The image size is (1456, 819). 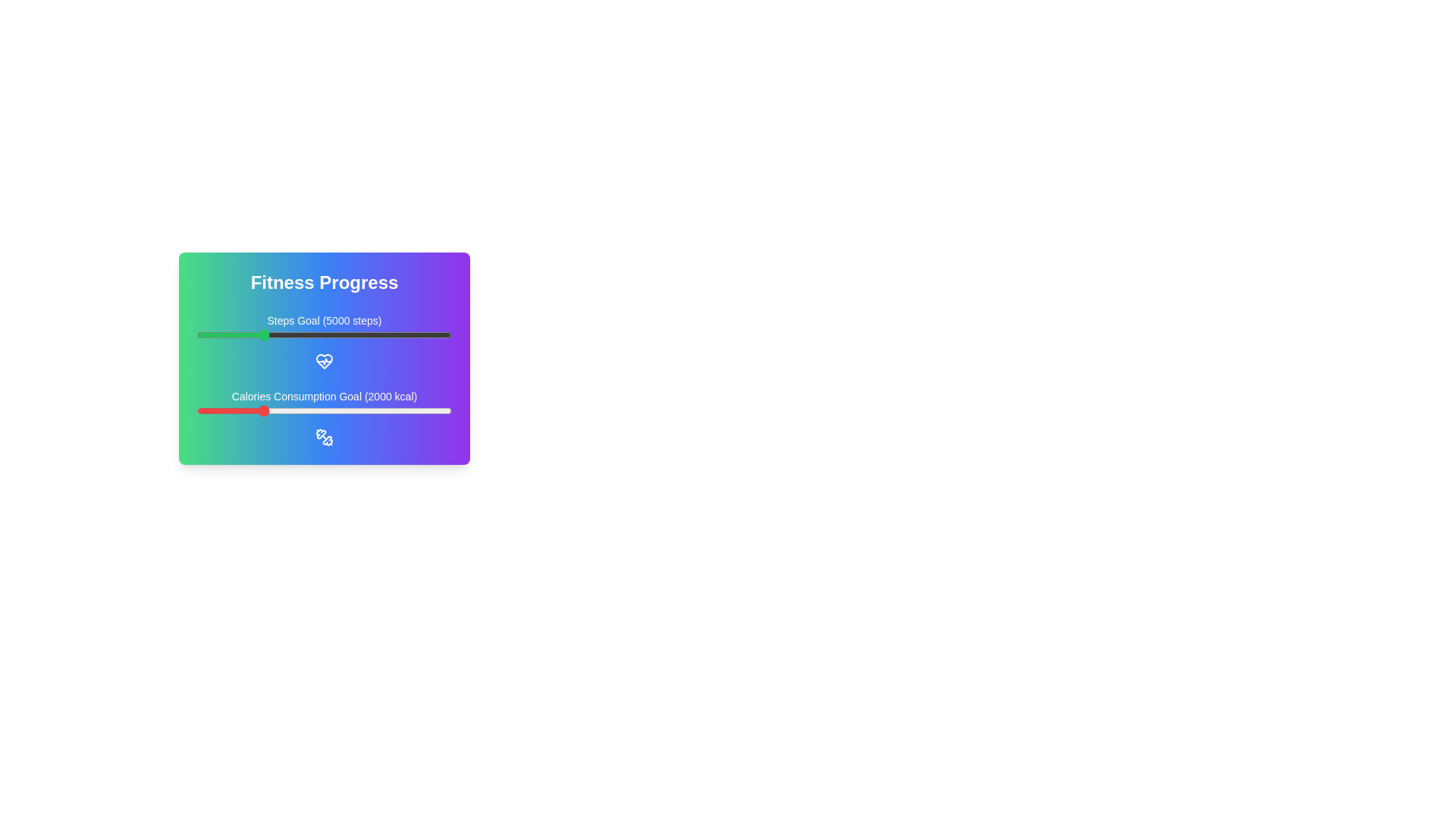 What do you see at coordinates (218, 411) in the screenshot?
I see `the calories goal` at bounding box center [218, 411].